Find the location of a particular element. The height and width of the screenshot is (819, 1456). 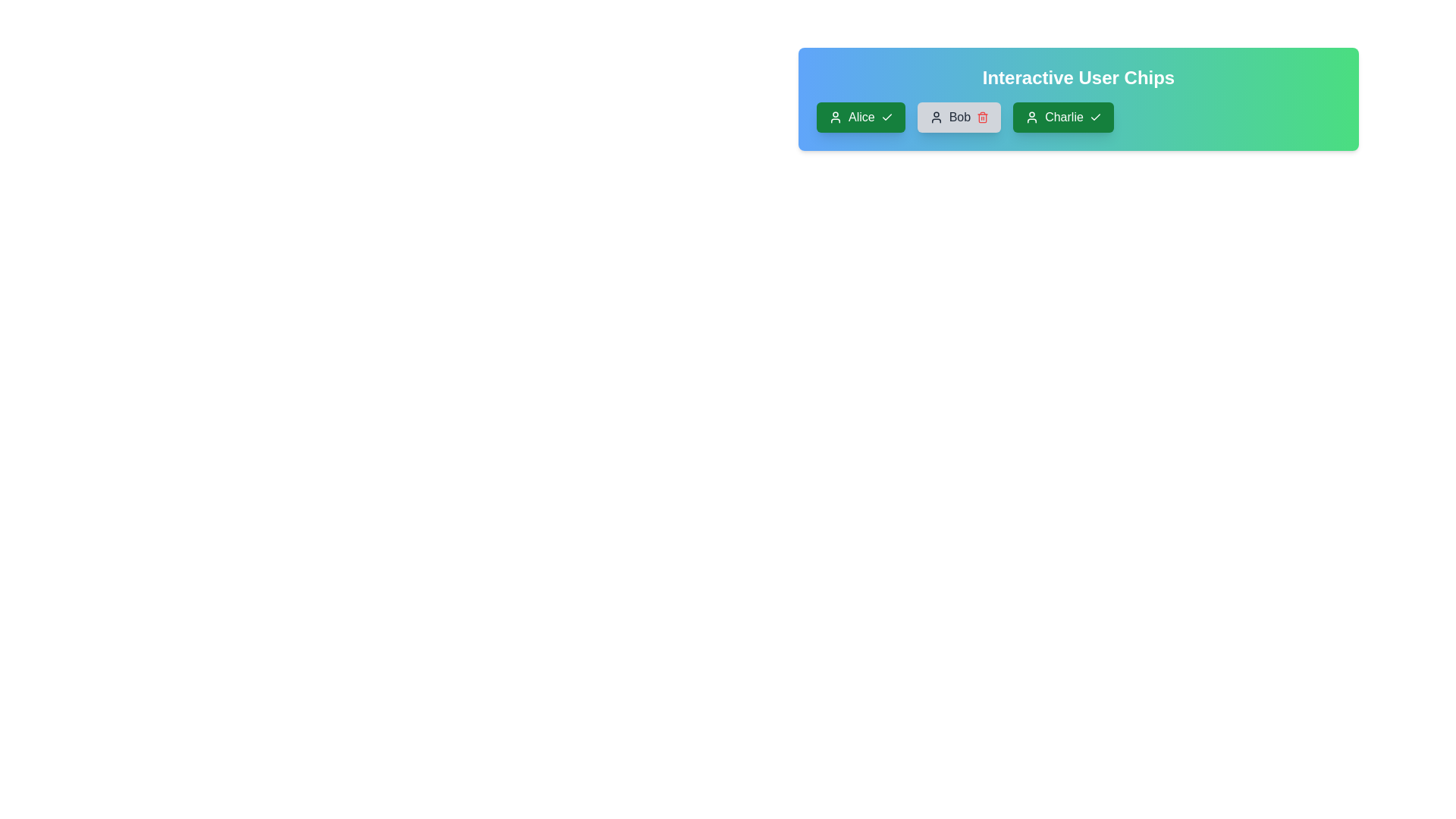

the user chip labeled Alice is located at coordinates (861, 116).